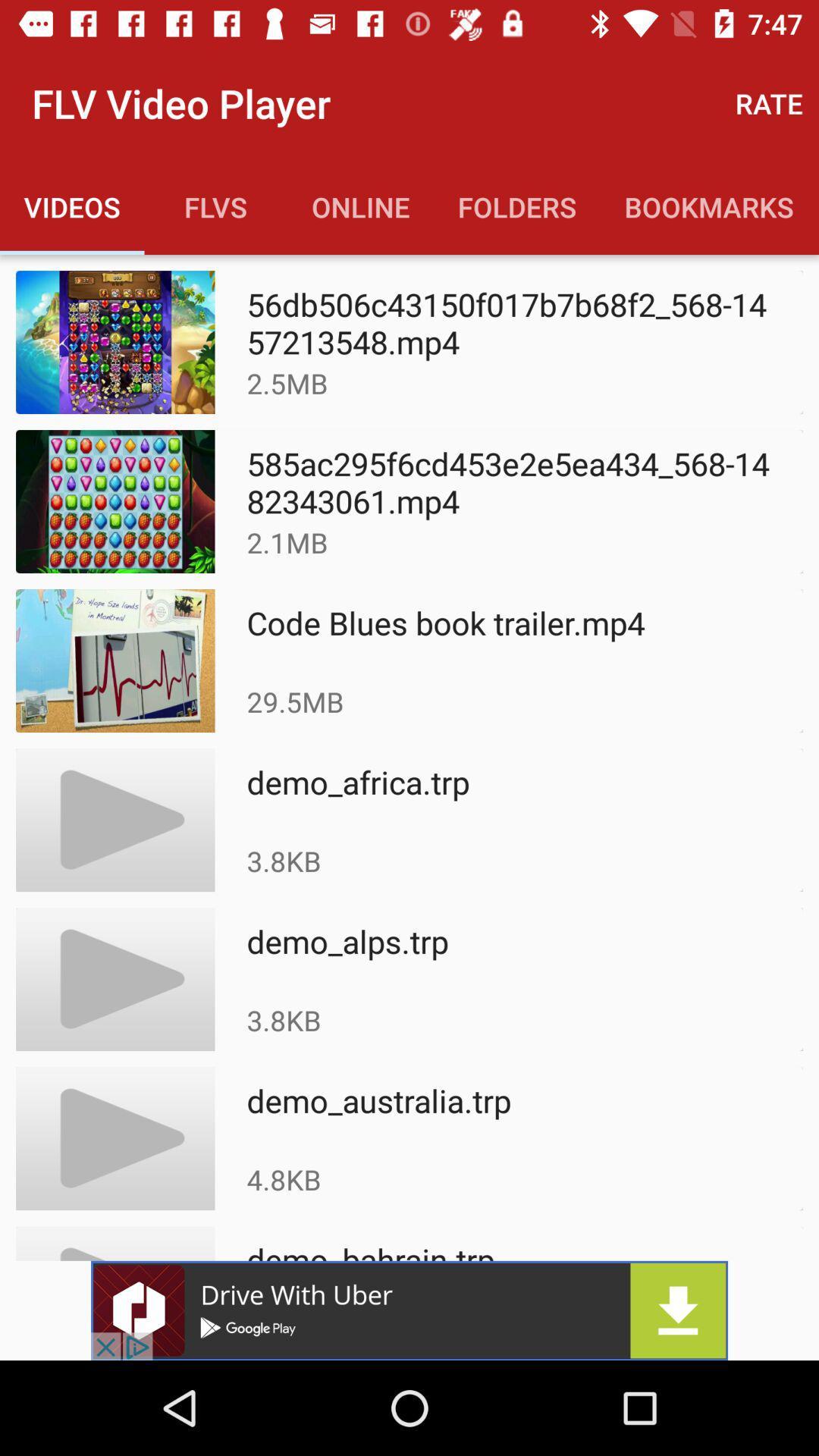 The width and height of the screenshot is (819, 1456). What do you see at coordinates (409, 1310) in the screenshot?
I see `open advertisement` at bounding box center [409, 1310].